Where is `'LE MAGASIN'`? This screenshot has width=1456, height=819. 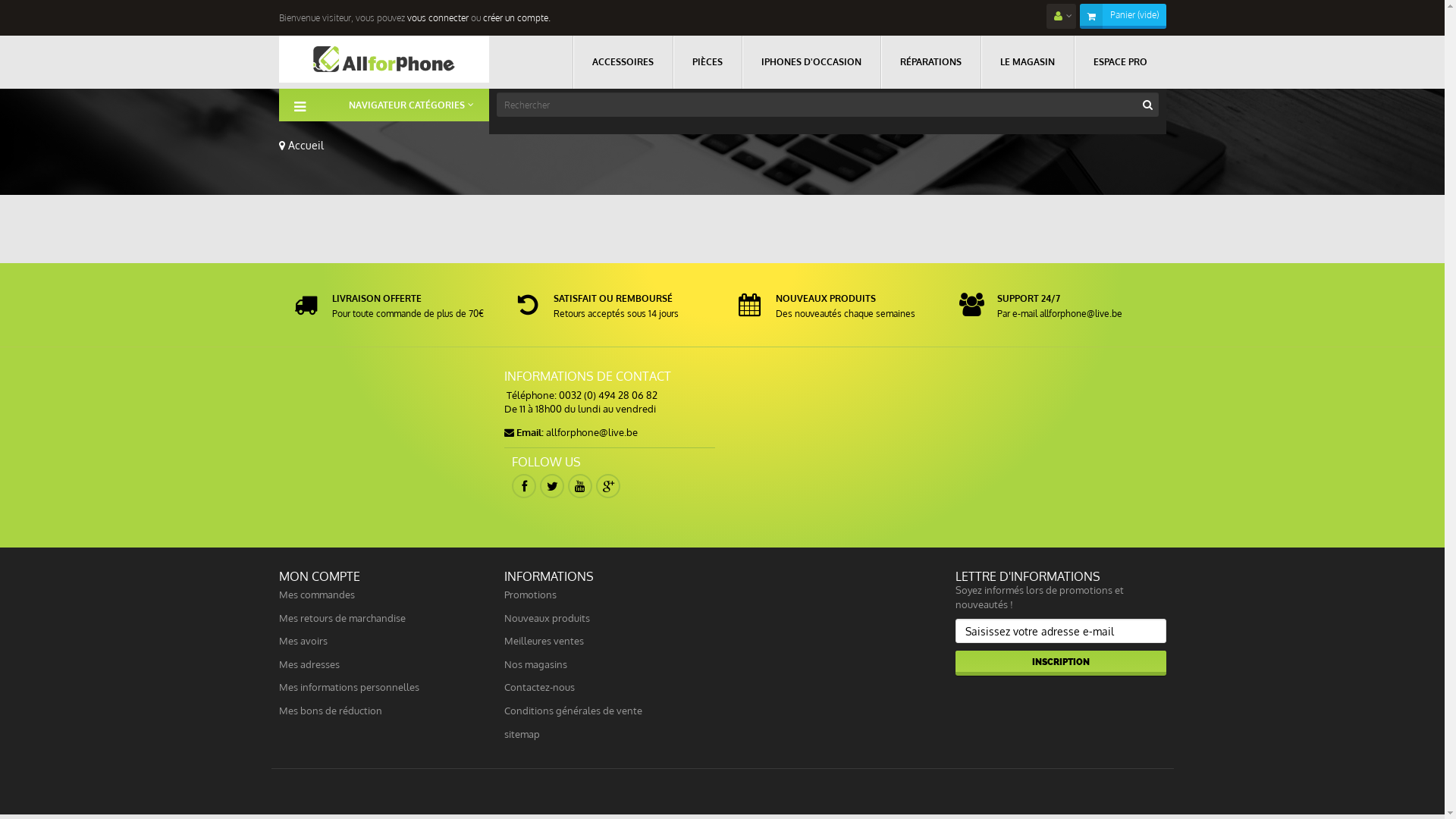 'LE MAGASIN' is located at coordinates (1026, 61).